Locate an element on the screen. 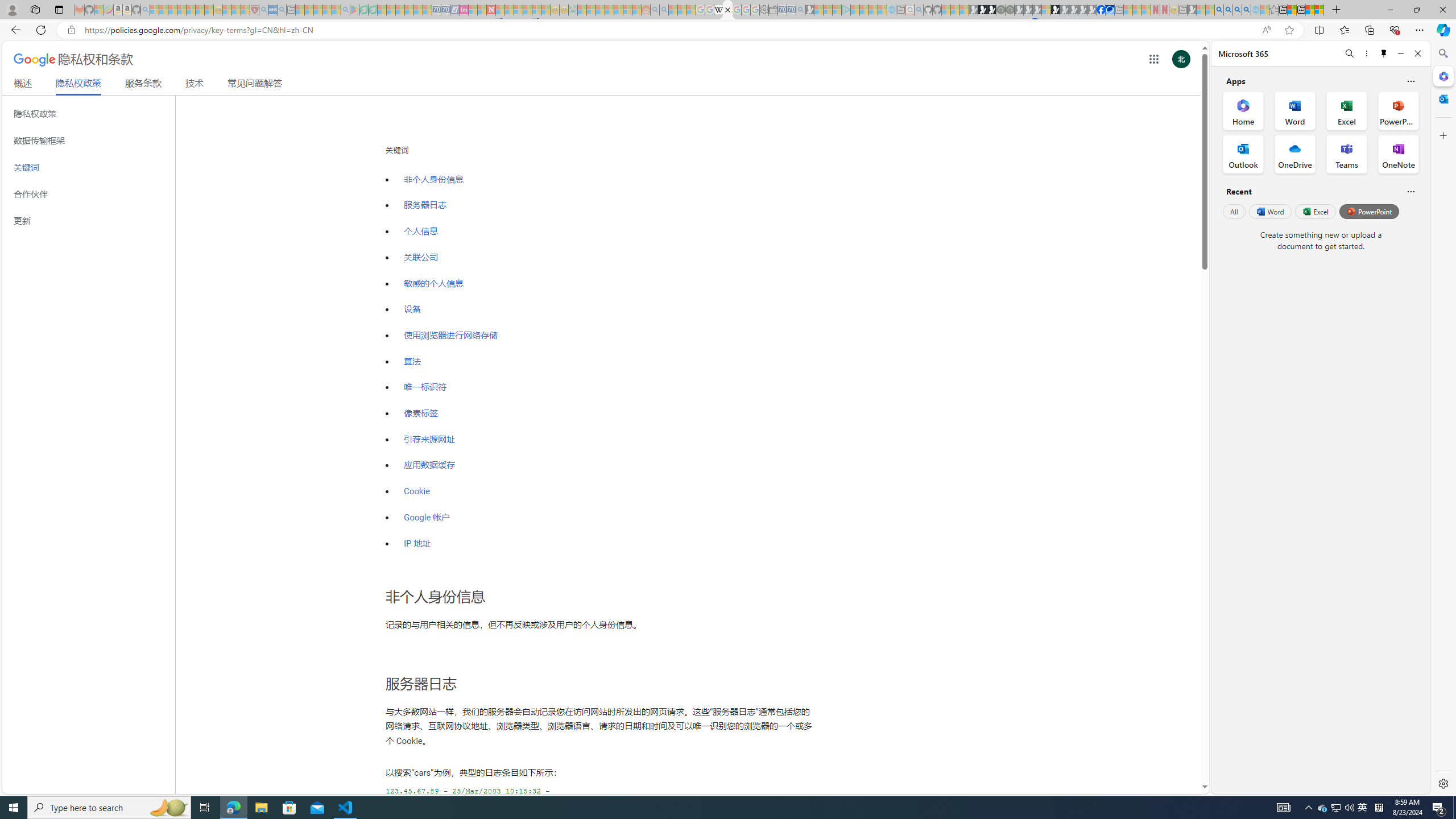 The image size is (1456, 819). 'Excel' is located at coordinates (1314, 211).